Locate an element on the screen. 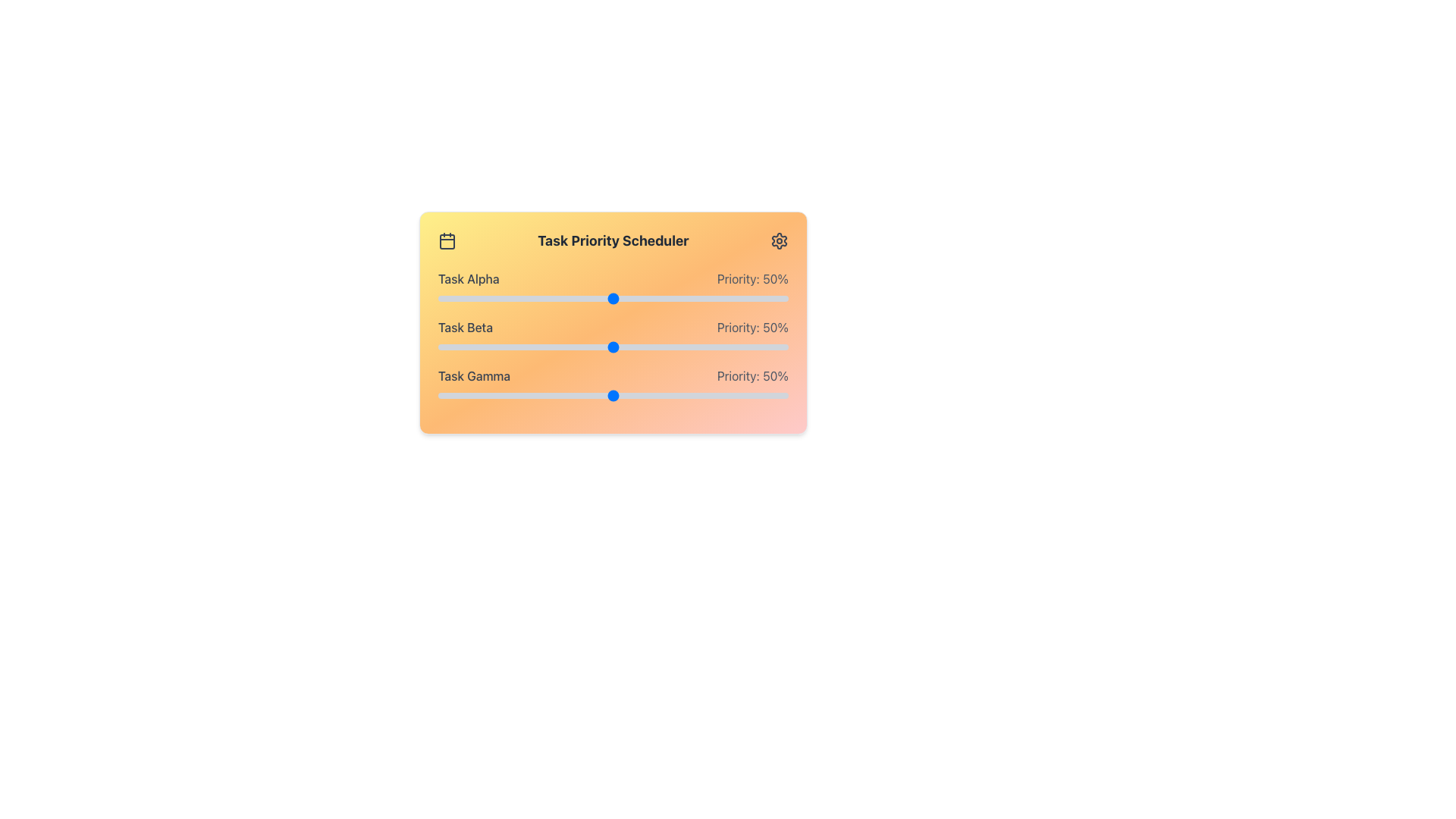 This screenshot has height=819, width=1456. the "Task Beta" priority is located at coordinates (781, 347).